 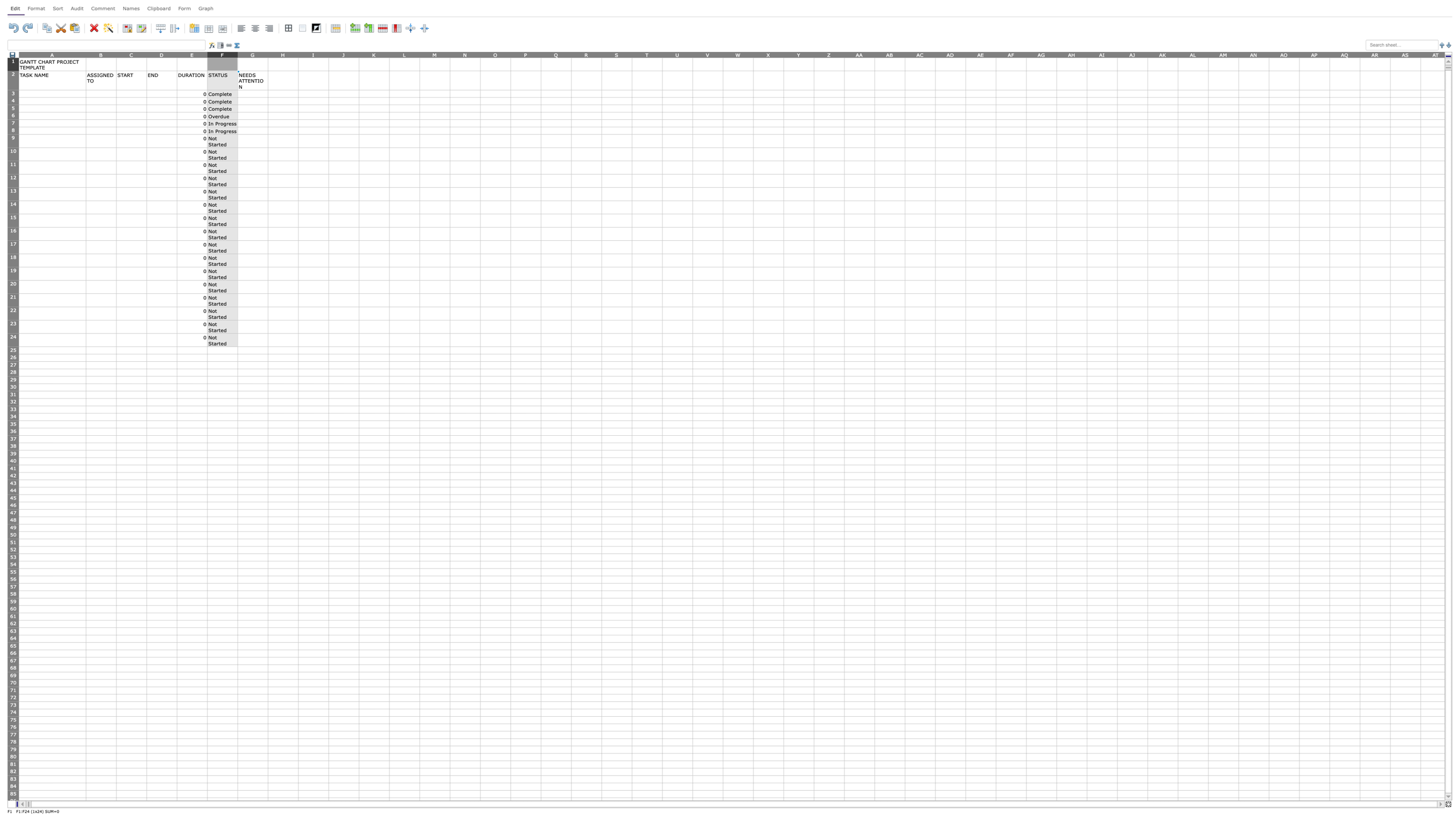 What do you see at coordinates (268, 54) in the screenshot?
I see `the right edge of column G, for next step resizing the column` at bounding box center [268, 54].